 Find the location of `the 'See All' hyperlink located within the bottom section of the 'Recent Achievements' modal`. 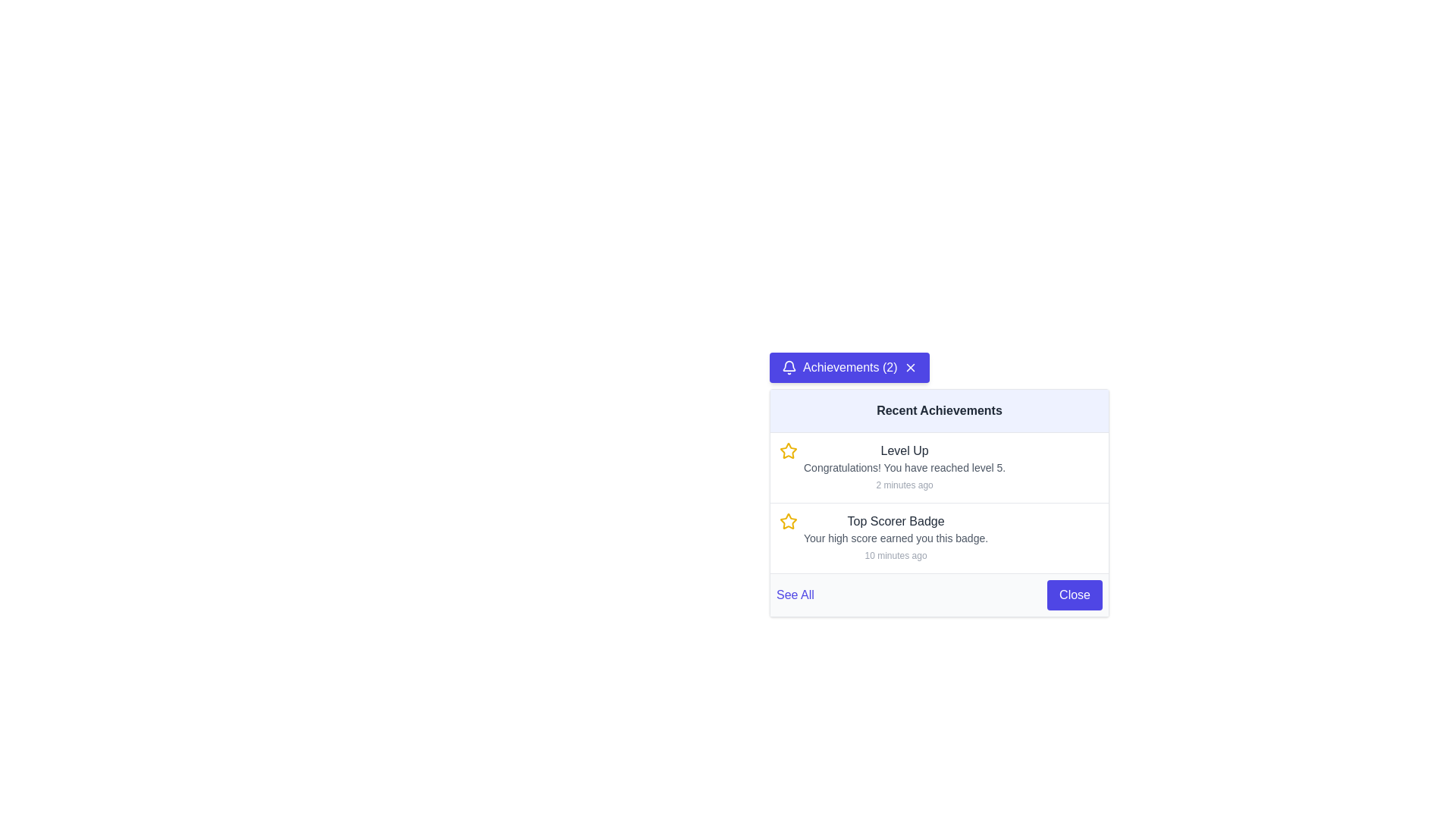

the 'See All' hyperlink located within the bottom section of the 'Recent Achievements' modal is located at coordinates (938, 593).